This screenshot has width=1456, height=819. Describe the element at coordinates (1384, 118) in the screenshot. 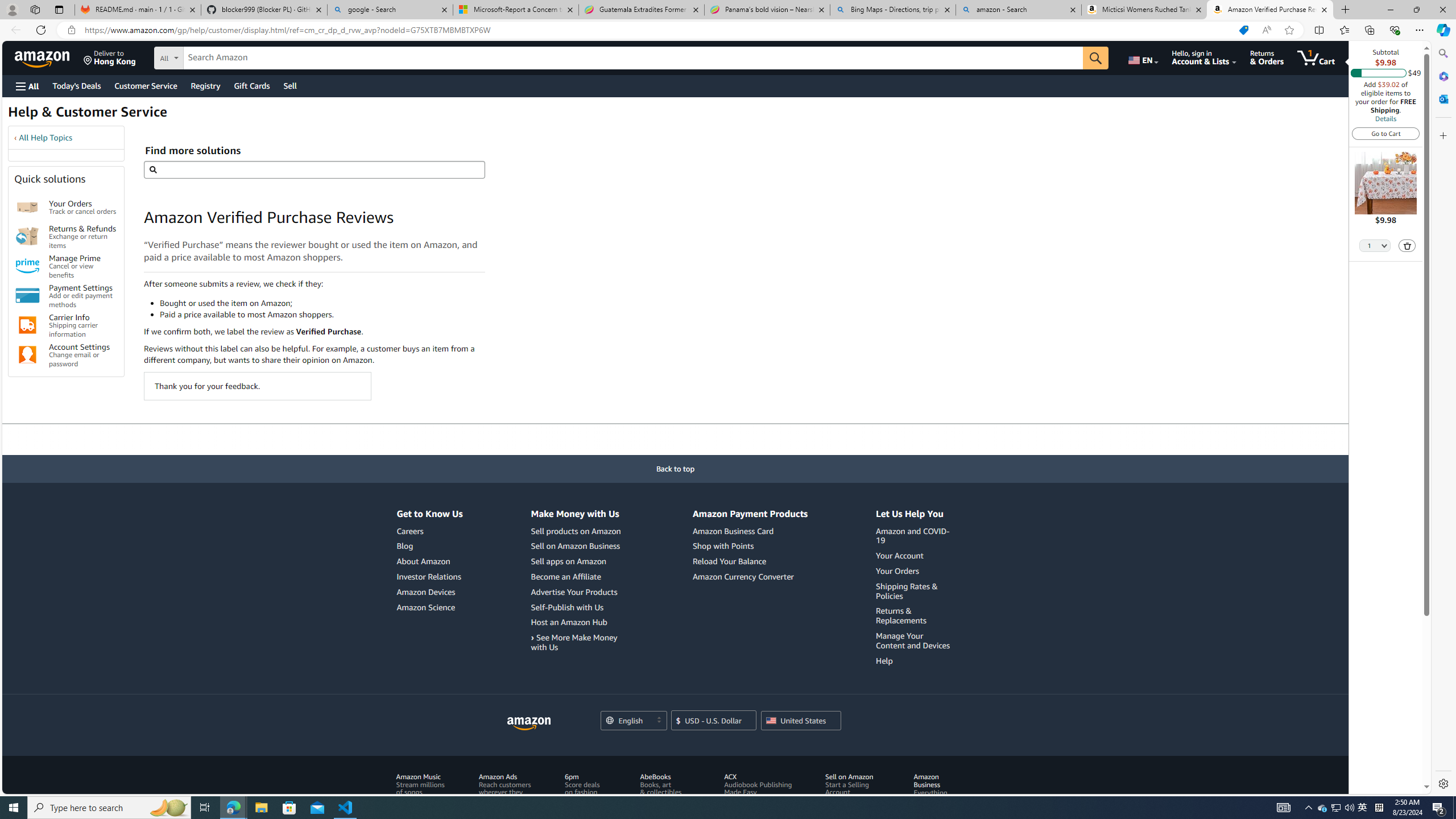

I see `'Details'` at that location.